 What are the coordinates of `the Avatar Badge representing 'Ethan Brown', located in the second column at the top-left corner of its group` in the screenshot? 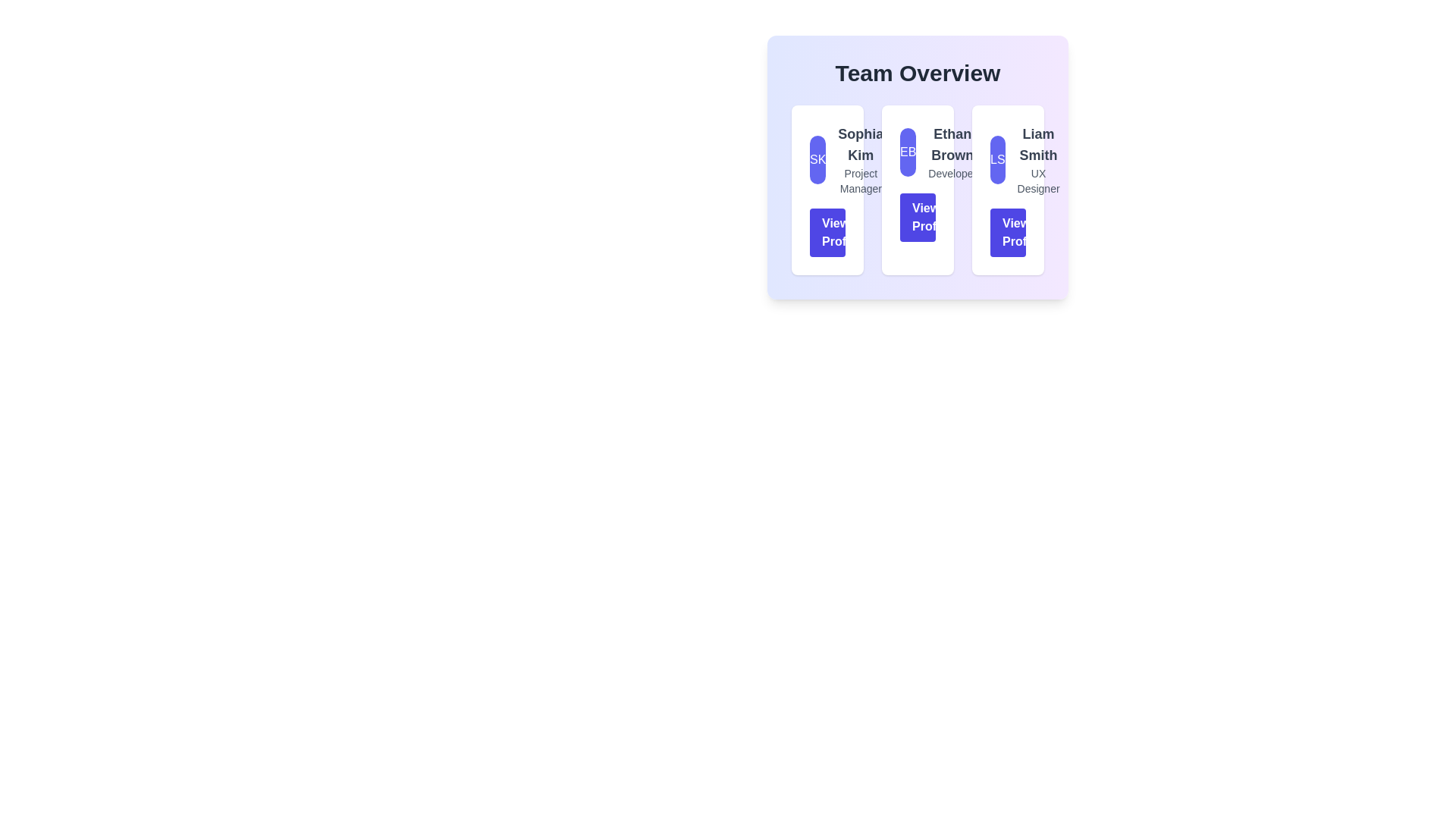 It's located at (917, 152).